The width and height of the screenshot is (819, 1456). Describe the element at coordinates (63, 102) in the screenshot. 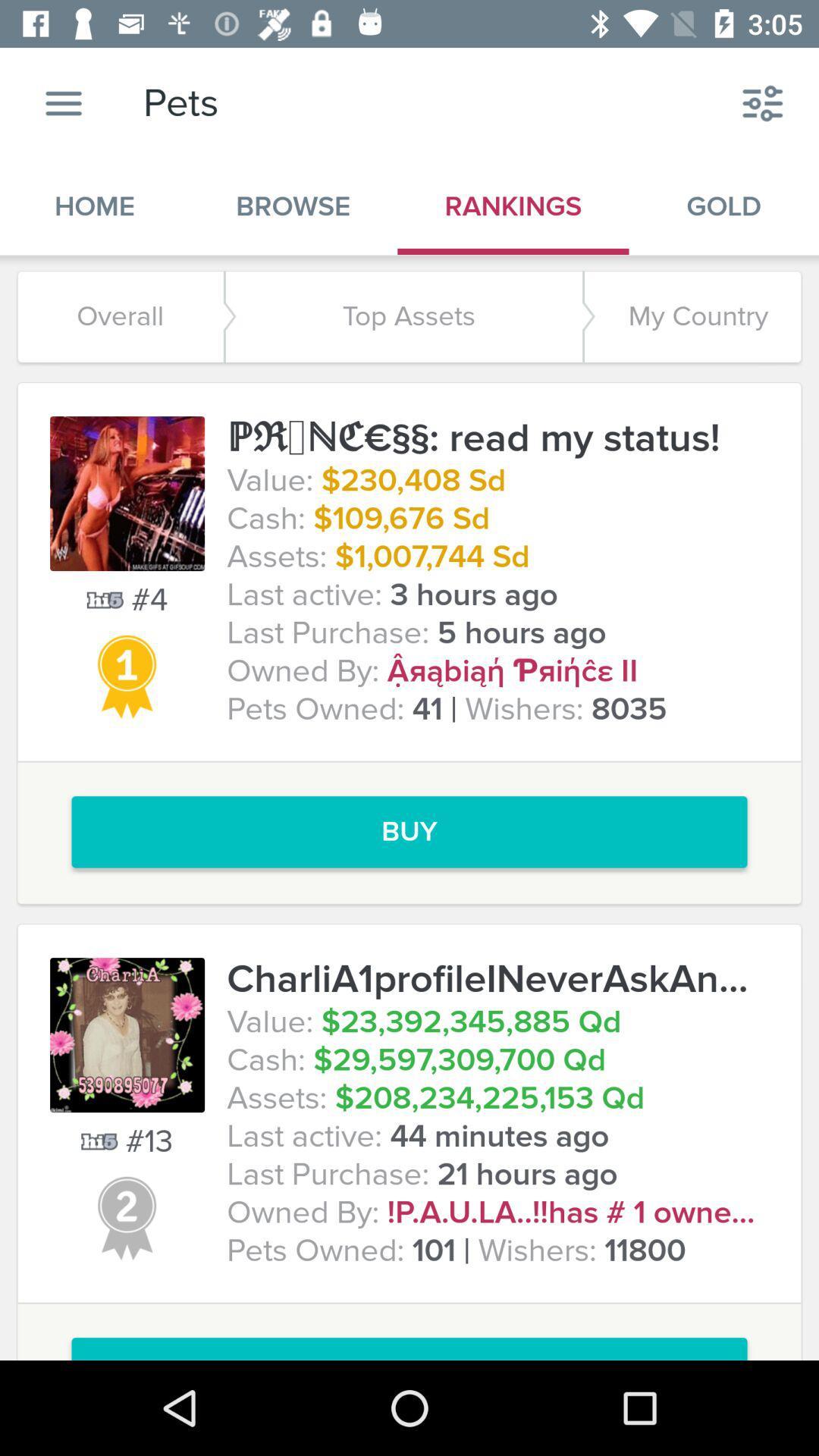

I see `the app to the left of pets item` at that location.